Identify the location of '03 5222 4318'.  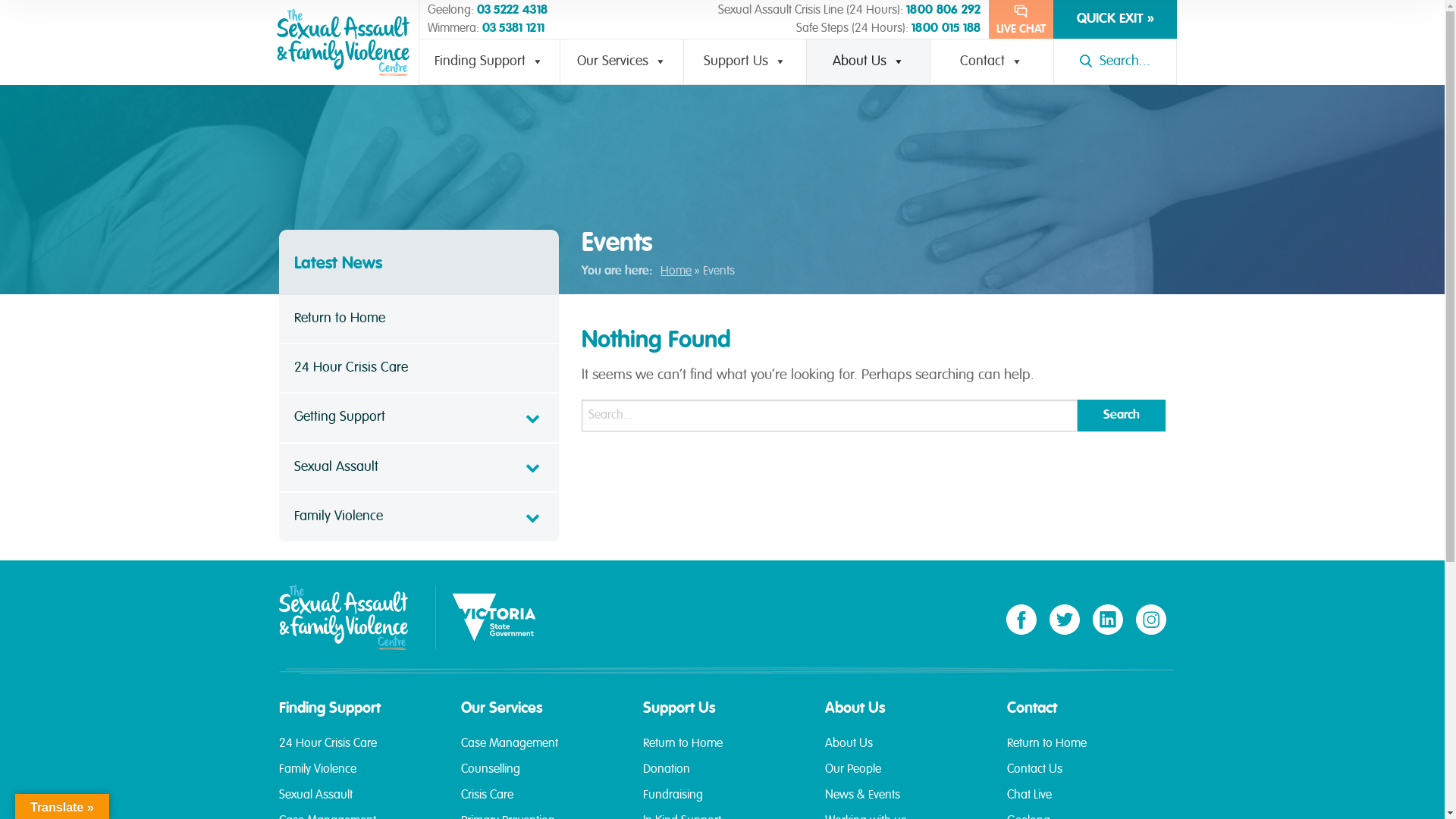
(475, 11).